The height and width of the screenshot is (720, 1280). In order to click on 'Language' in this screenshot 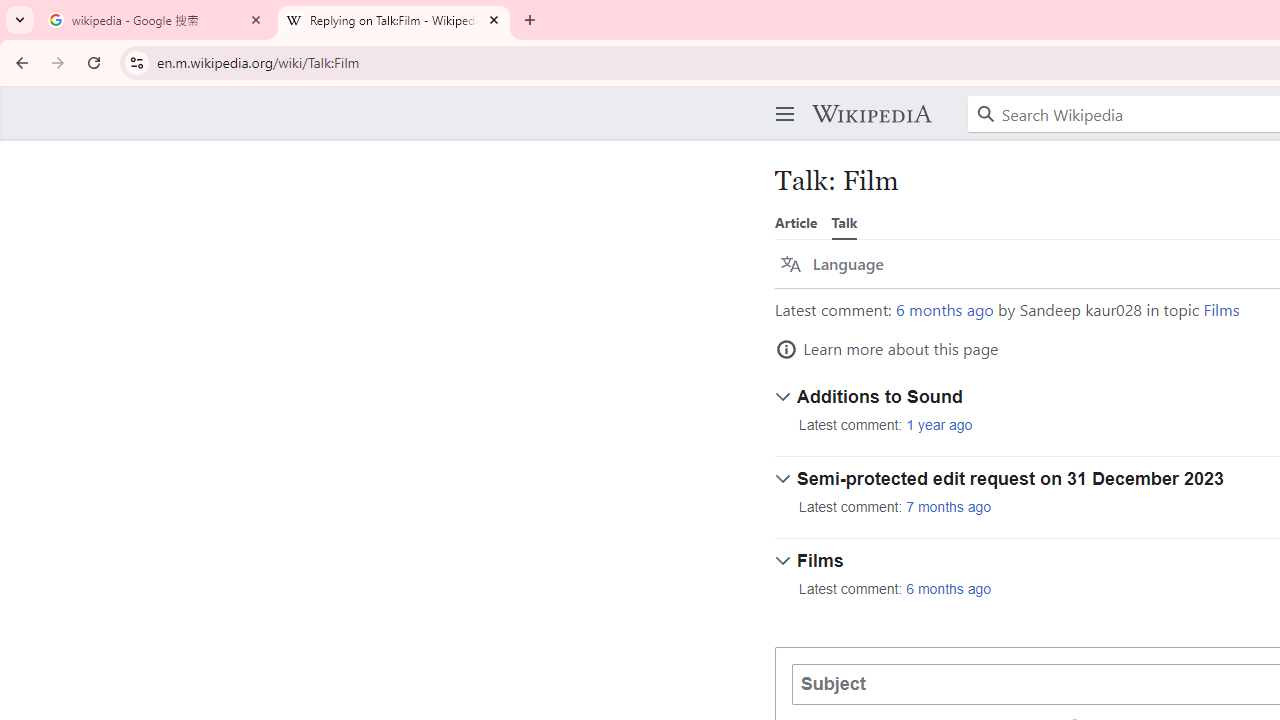, I will do `click(832, 263)`.